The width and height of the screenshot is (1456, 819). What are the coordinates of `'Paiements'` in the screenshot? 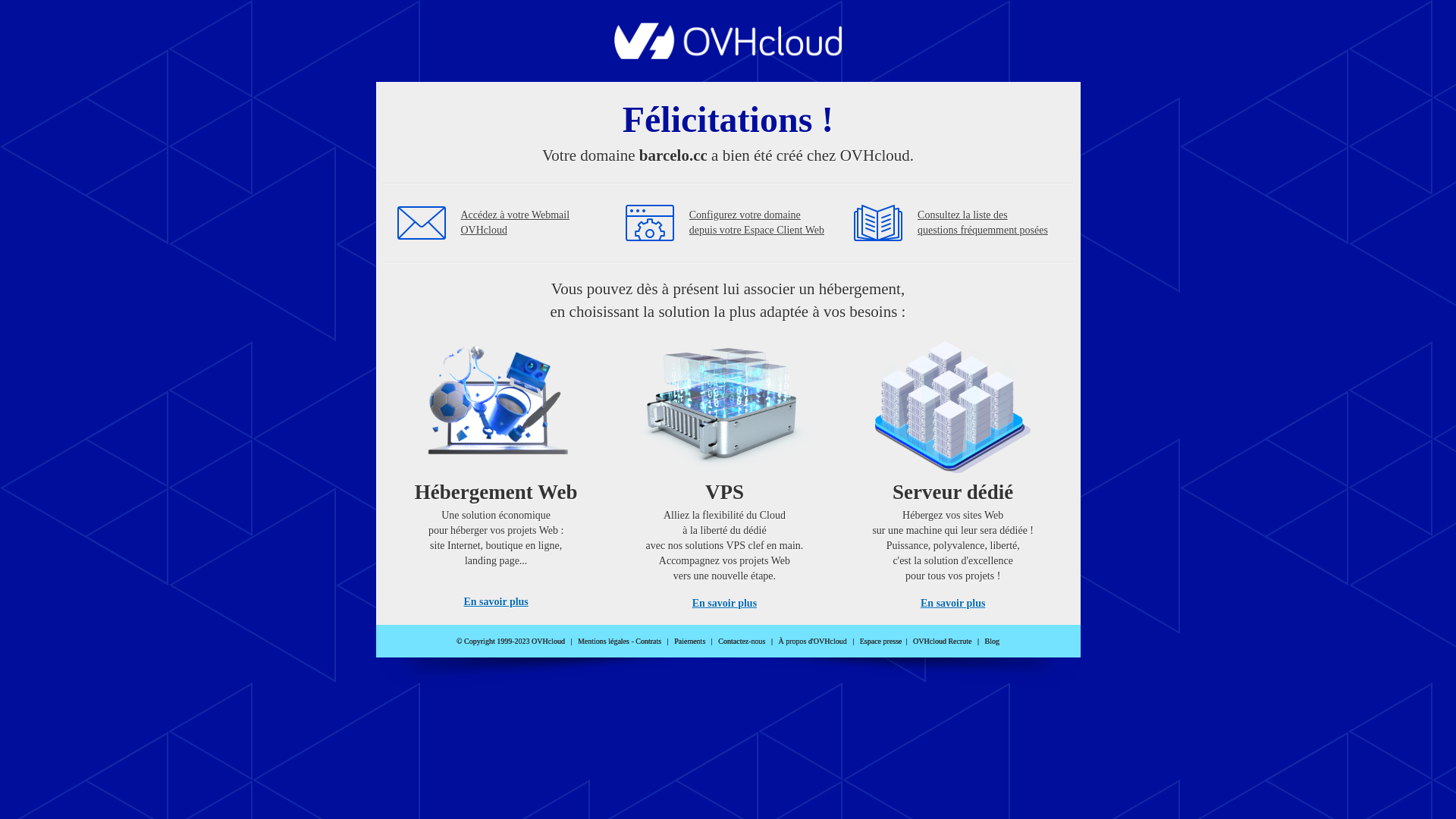 It's located at (689, 641).